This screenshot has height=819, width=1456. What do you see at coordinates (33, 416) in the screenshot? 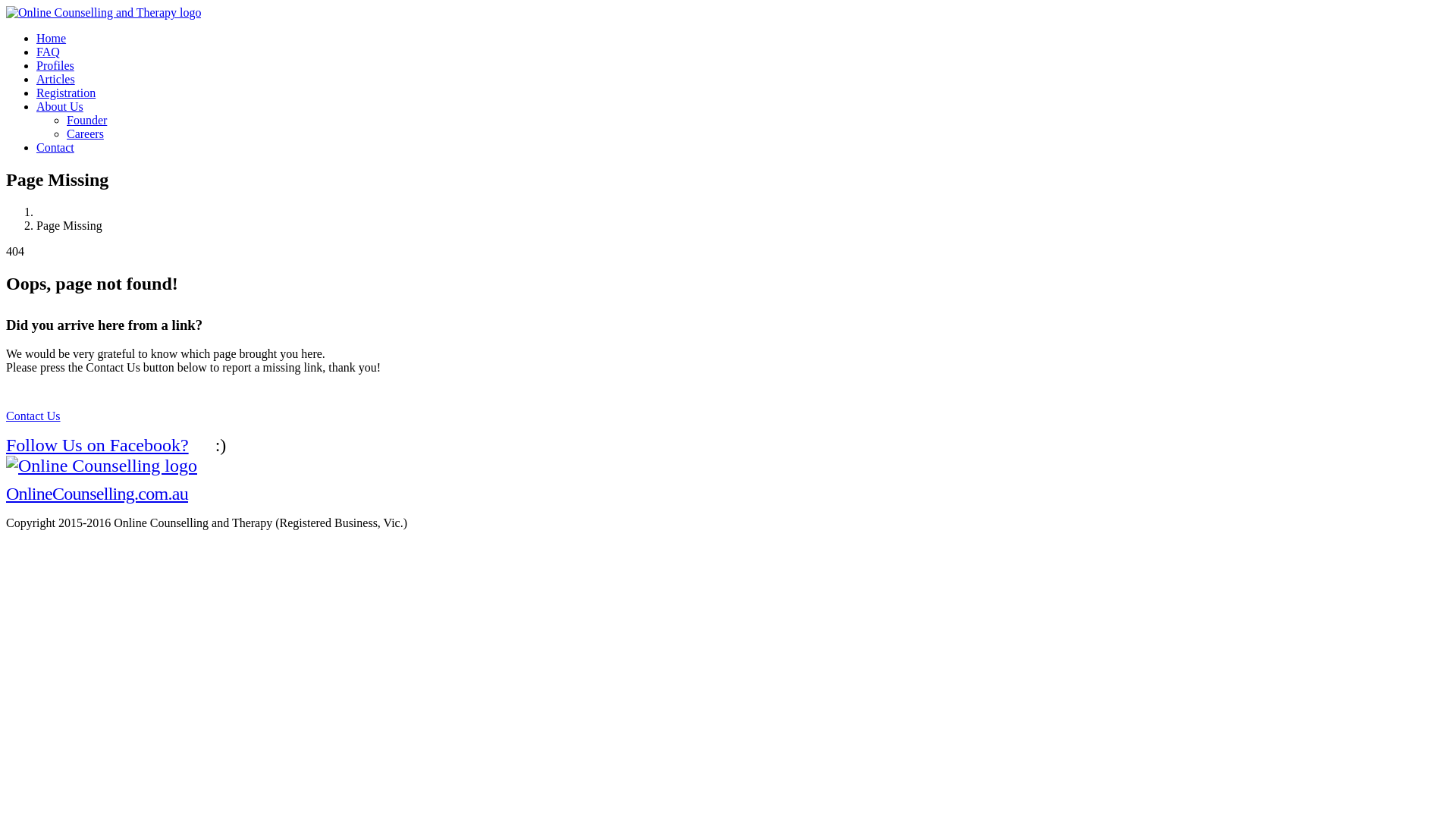
I see `'Contact Us'` at bounding box center [33, 416].